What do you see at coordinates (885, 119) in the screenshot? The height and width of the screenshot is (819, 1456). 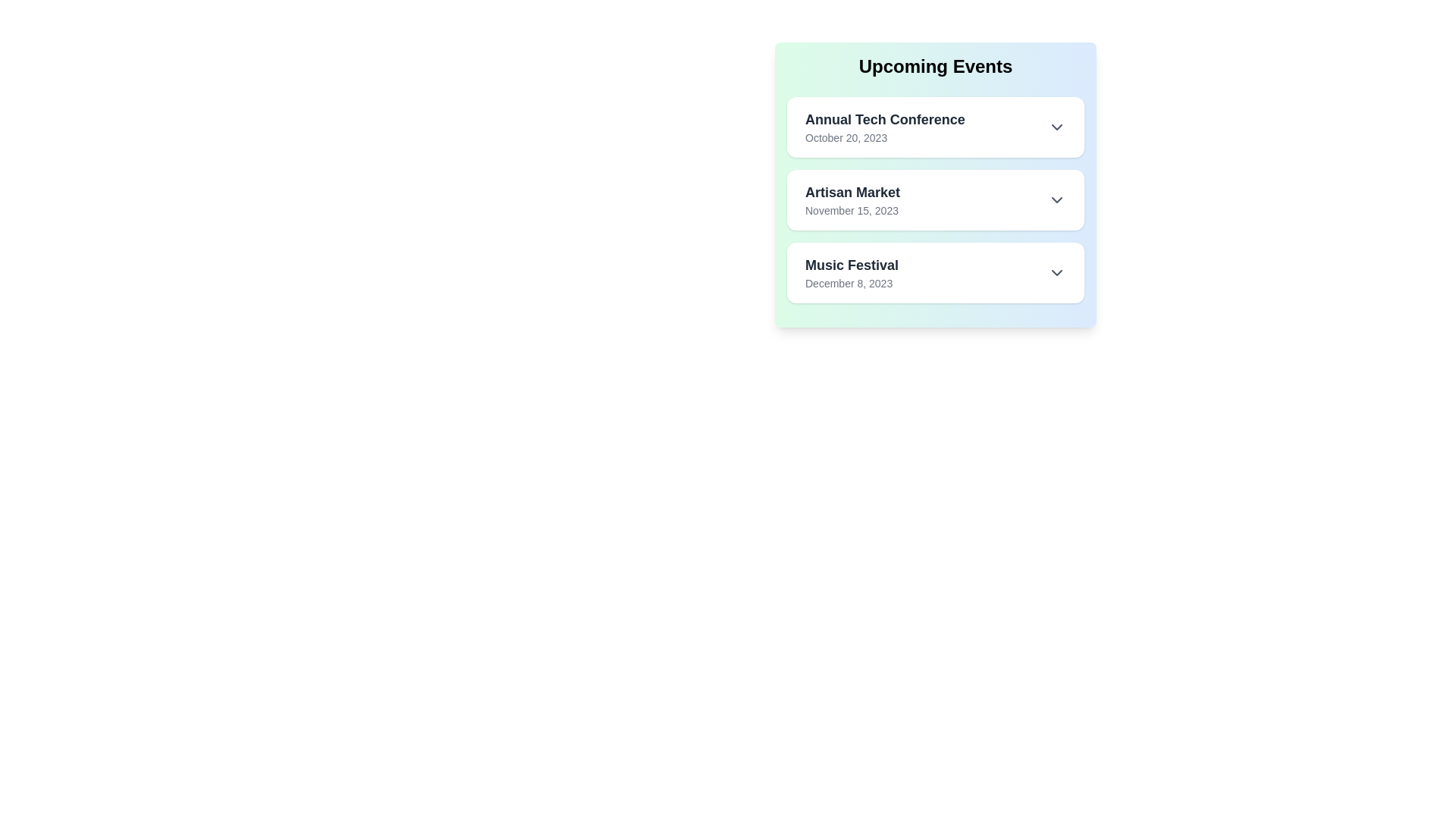 I see `the title label for the first event in the upcoming events list, which is positioned above the date 'October 20, 2023'` at bounding box center [885, 119].